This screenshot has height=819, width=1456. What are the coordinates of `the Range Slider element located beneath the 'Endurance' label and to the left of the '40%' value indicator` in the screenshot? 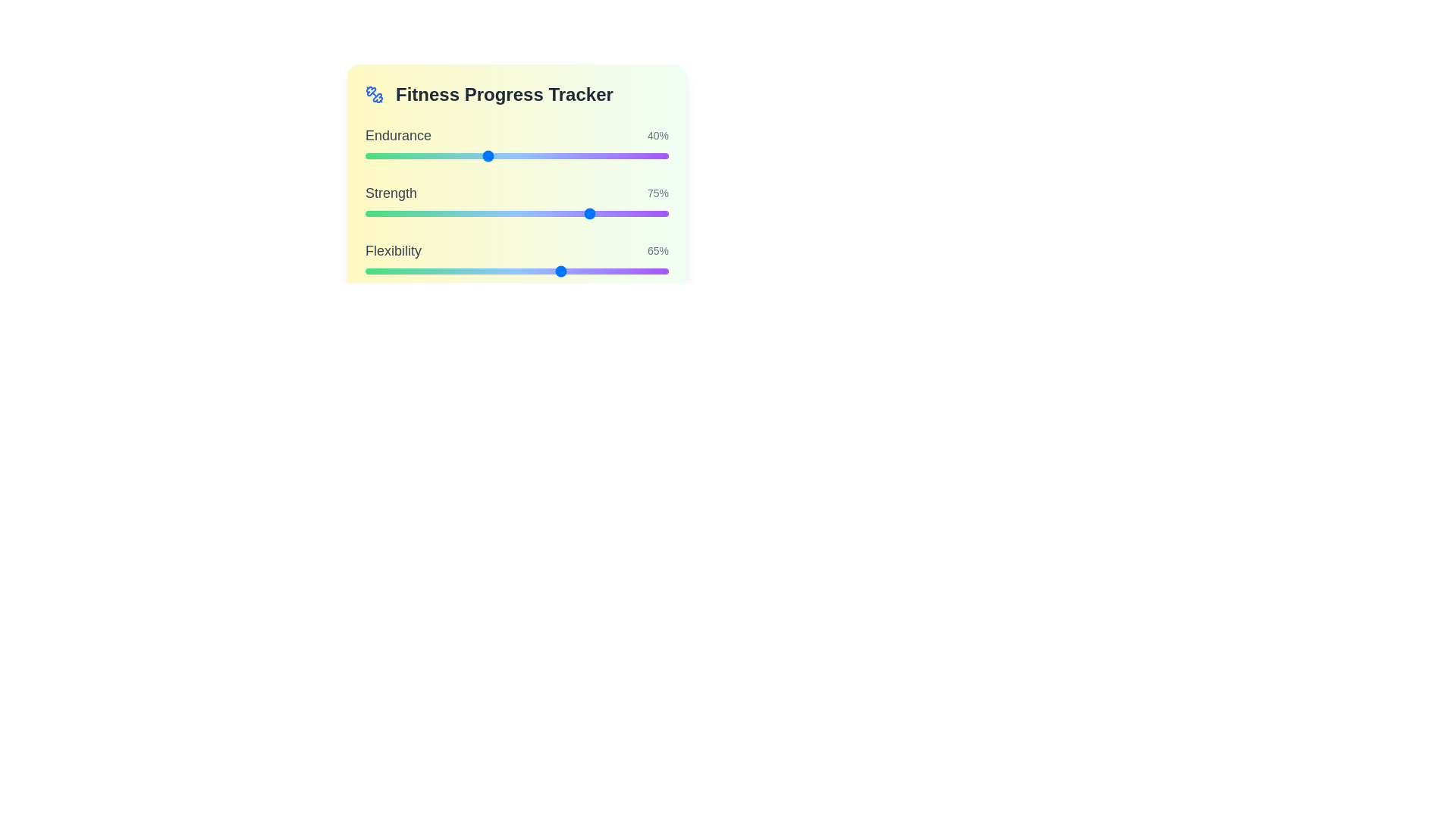 It's located at (516, 155).